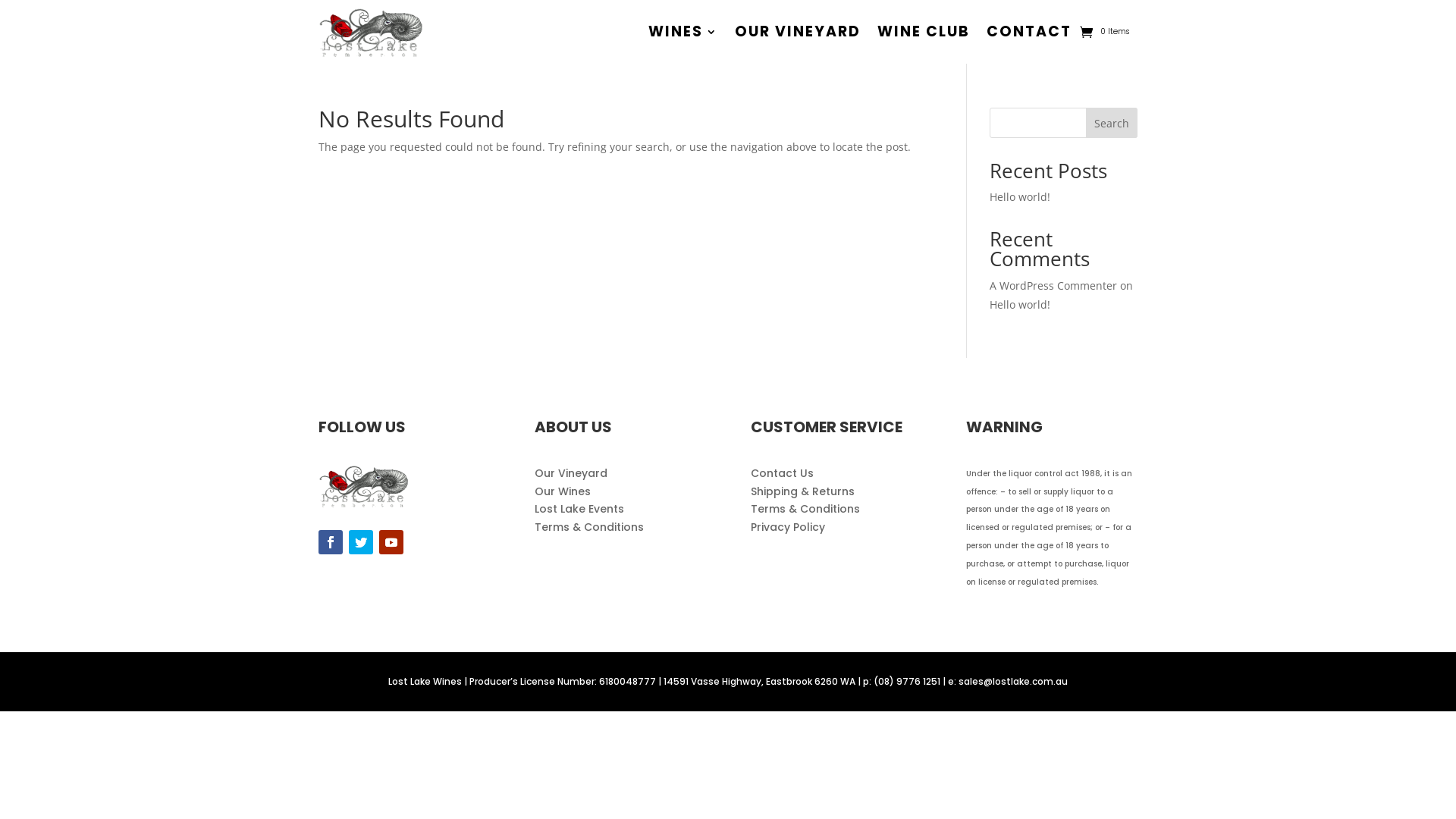  What do you see at coordinates (796, 32) in the screenshot?
I see `'OUR VINEYARD'` at bounding box center [796, 32].